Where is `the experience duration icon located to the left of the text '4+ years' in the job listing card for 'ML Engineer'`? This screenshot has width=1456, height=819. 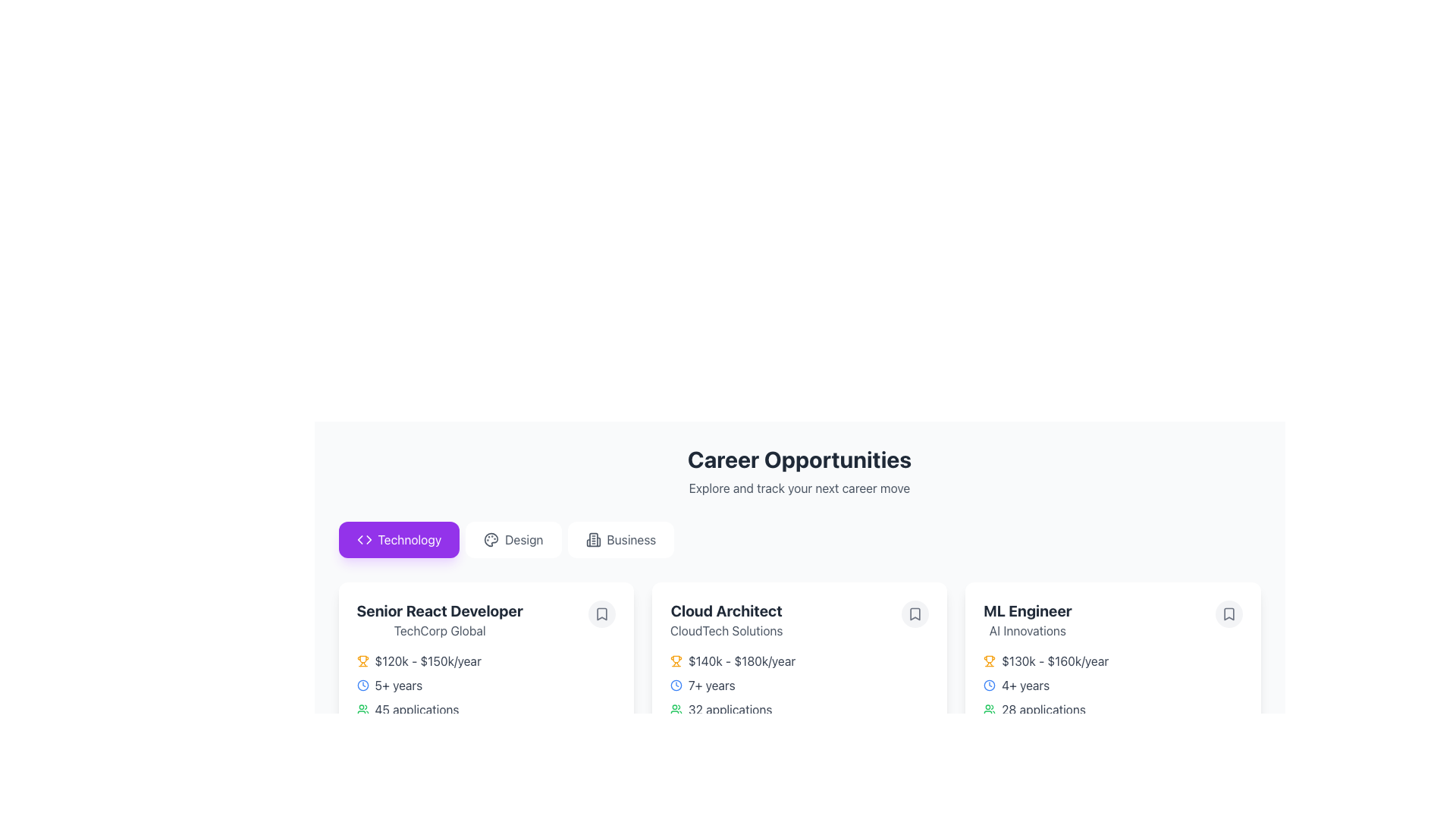
the experience duration icon located to the left of the text '4+ years' in the job listing card for 'ML Engineer' is located at coordinates (990, 685).